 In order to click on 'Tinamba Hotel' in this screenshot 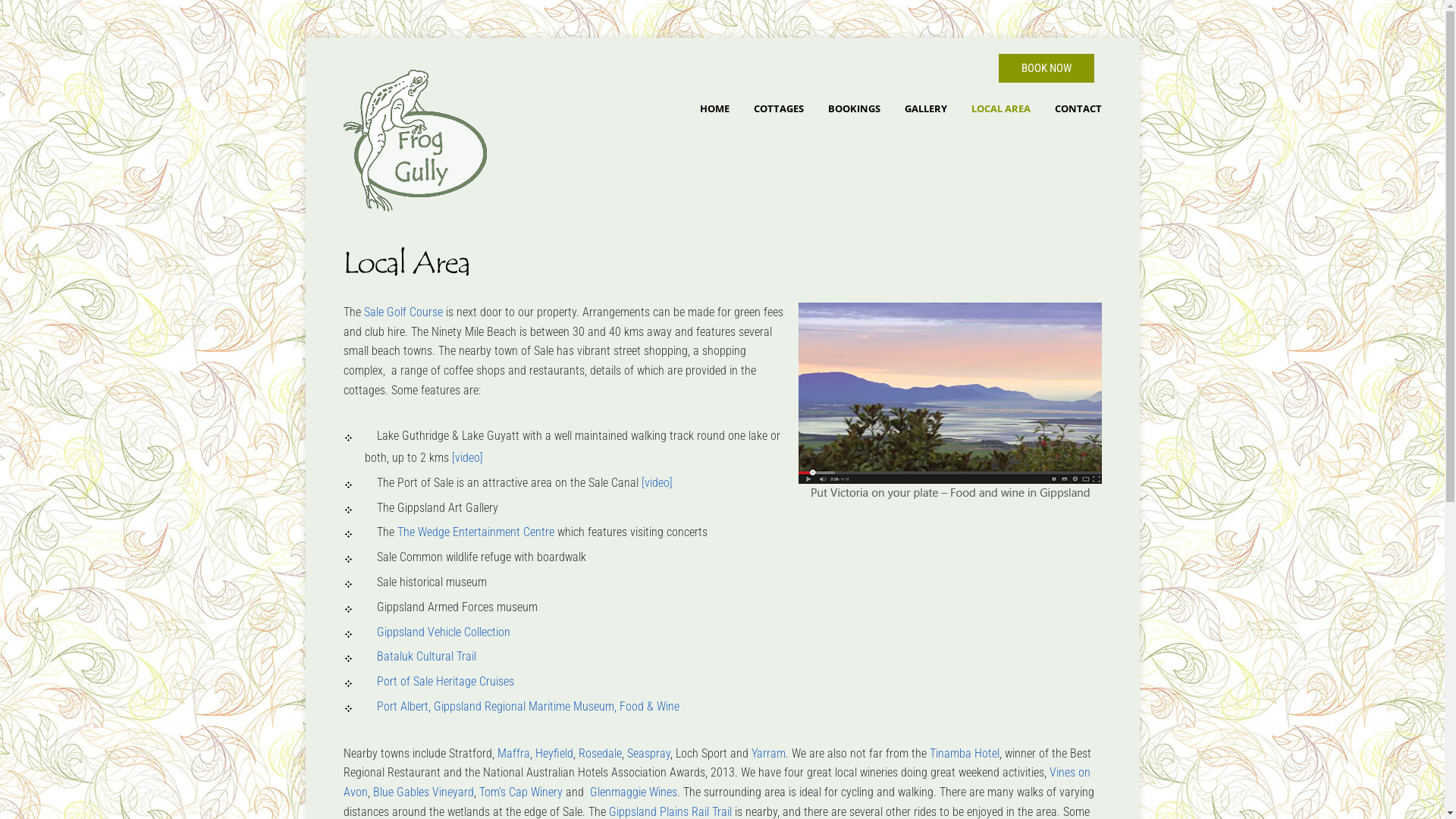, I will do `click(928, 753)`.